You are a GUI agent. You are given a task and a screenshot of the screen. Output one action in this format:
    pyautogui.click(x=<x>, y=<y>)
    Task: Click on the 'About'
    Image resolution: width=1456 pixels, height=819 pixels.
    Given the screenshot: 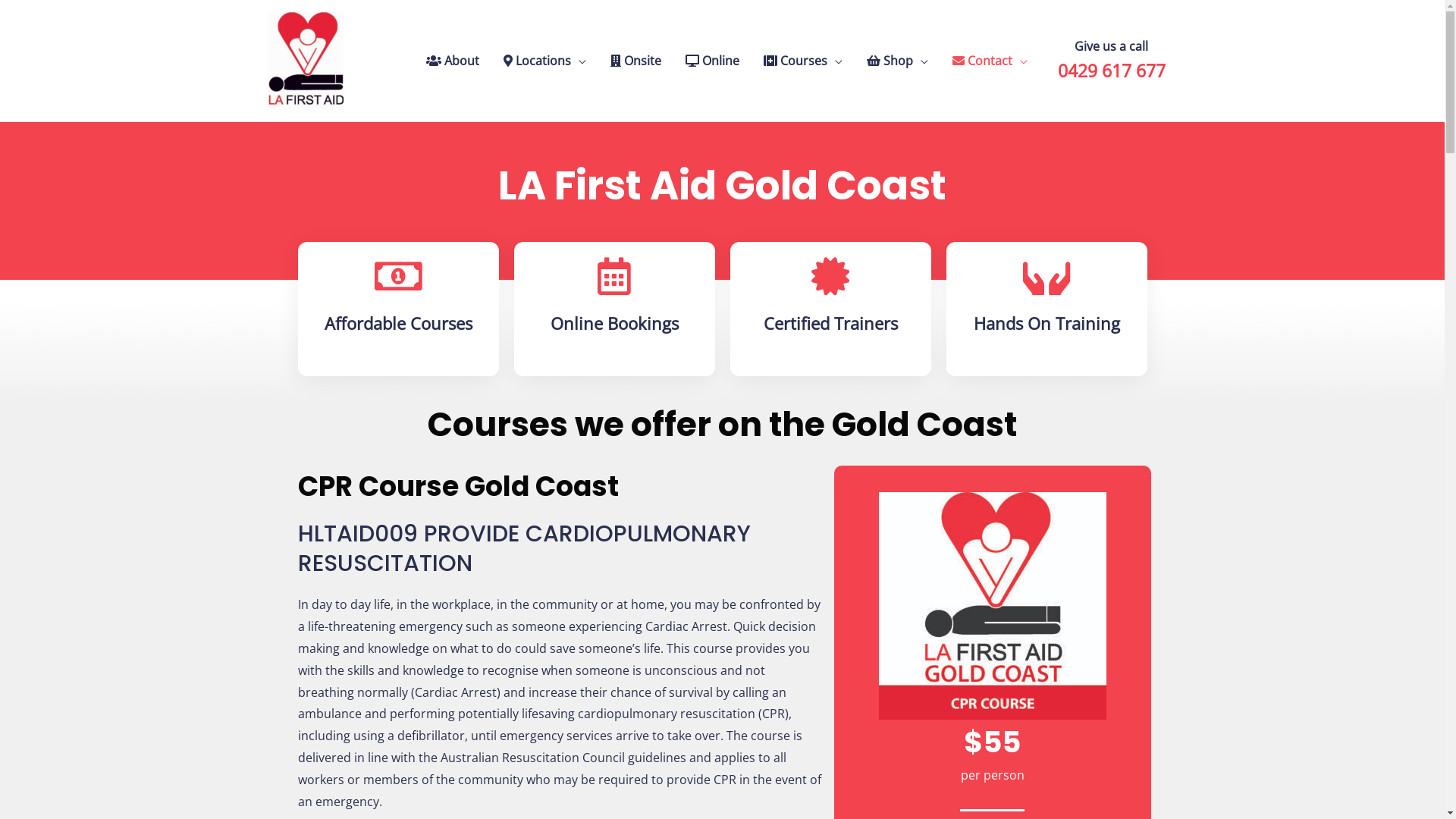 What is the action you would take?
    pyautogui.click(x=451, y=60)
    